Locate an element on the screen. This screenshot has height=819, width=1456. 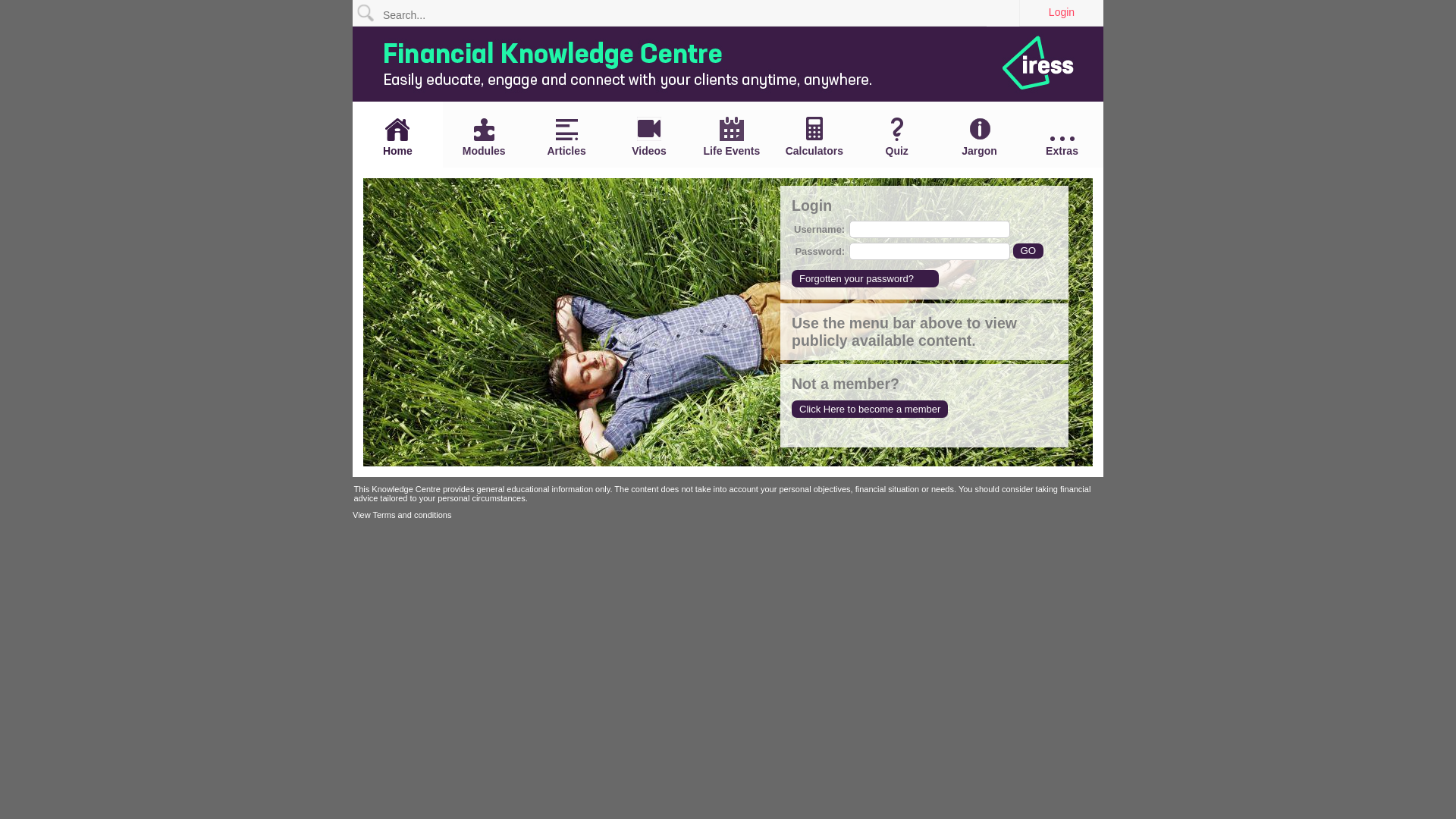
'Click Here to become a member' is located at coordinates (870, 408).